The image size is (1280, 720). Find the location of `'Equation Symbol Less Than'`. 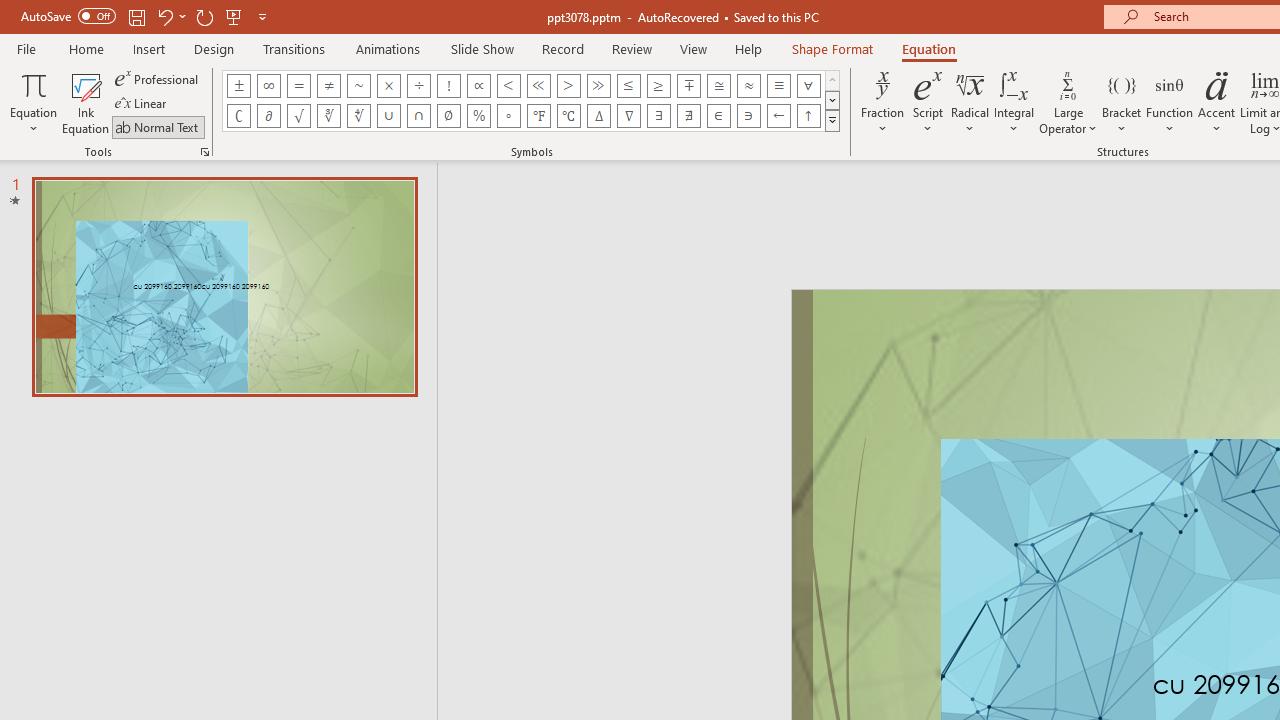

'Equation Symbol Less Than' is located at coordinates (508, 85).